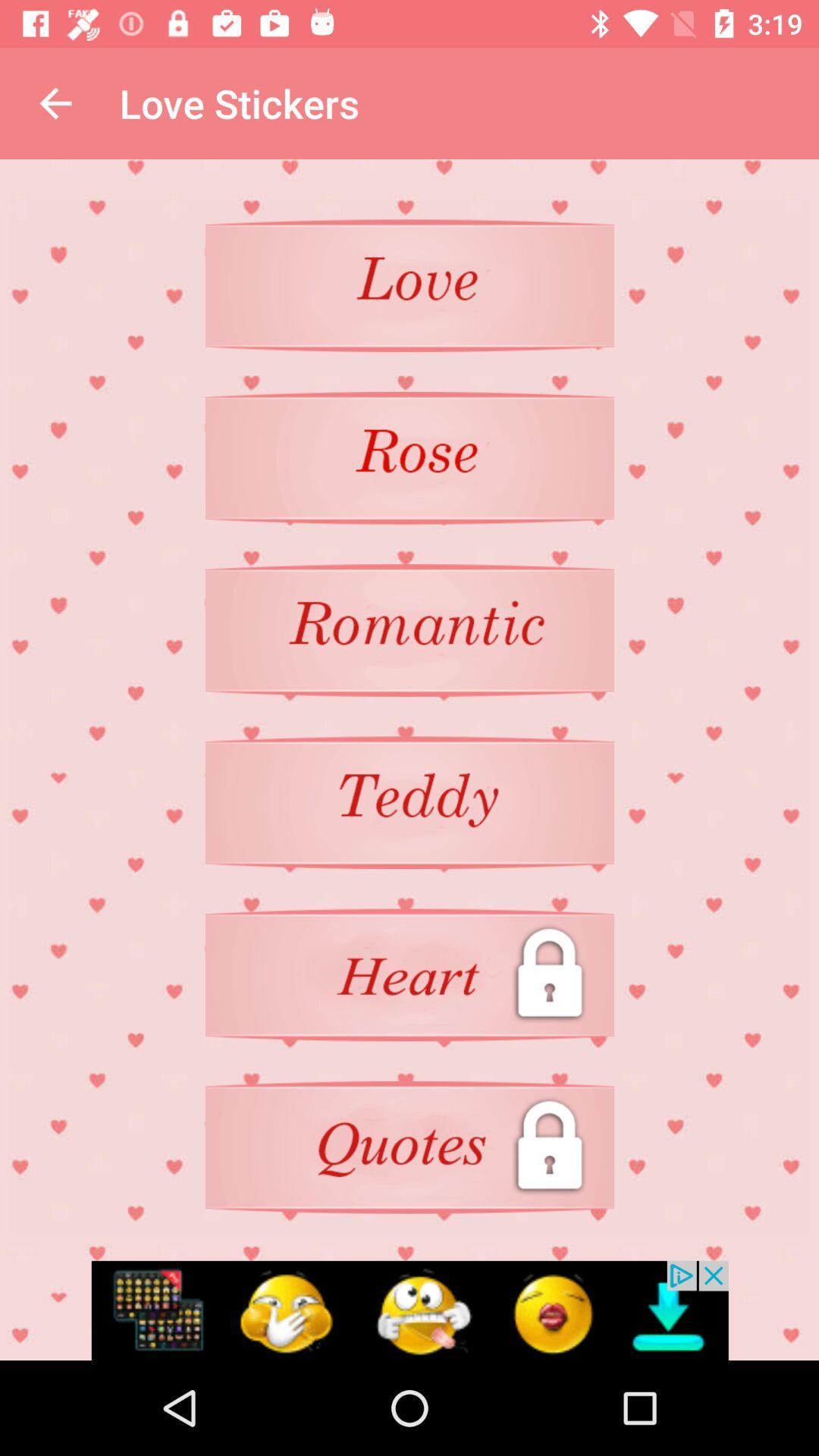 Image resolution: width=819 pixels, height=1456 pixels. What do you see at coordinates (409, 457) in the screenshot?
I see `the button` at bounding box center [409, 457].